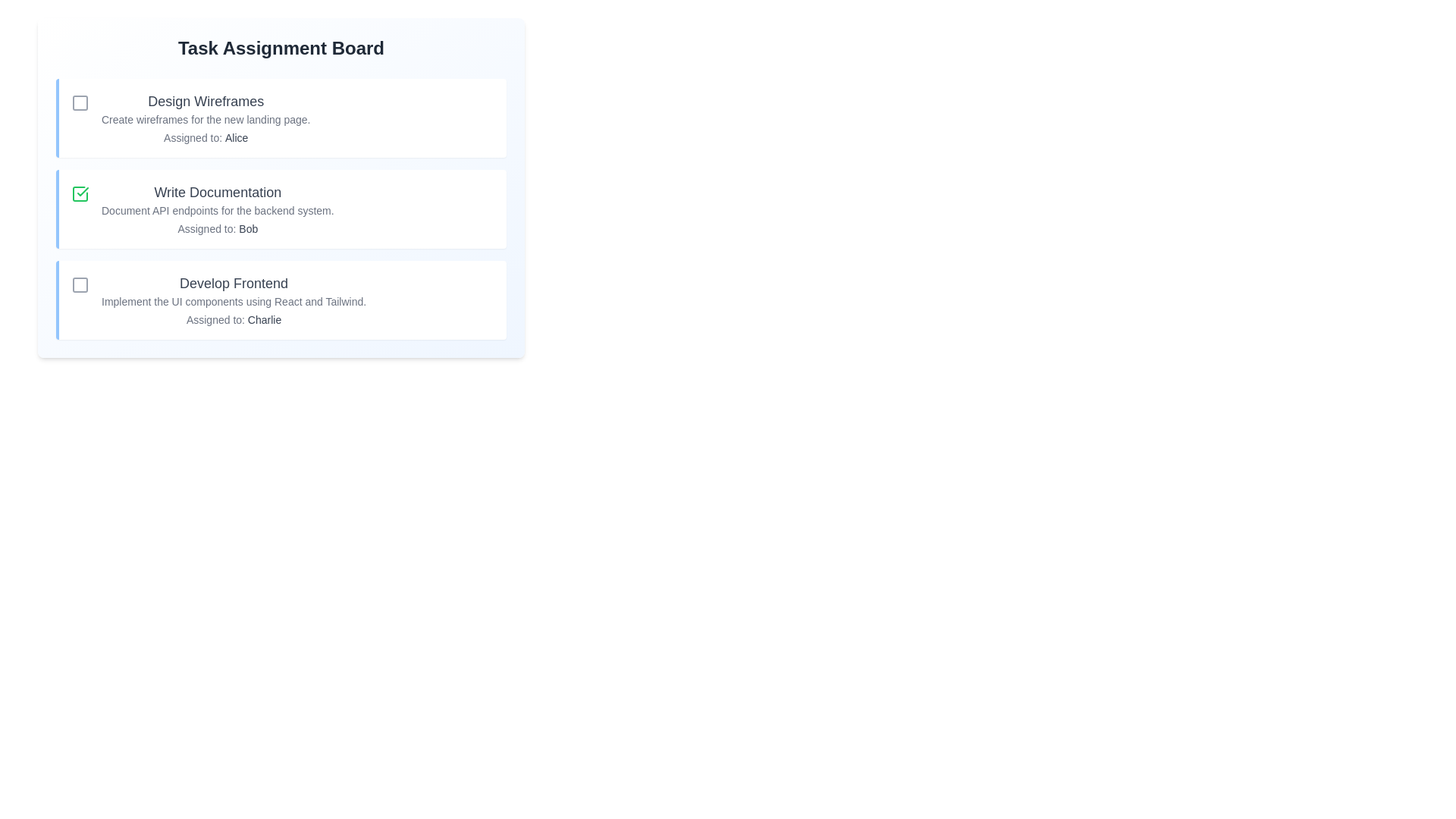 The height and width of the screenshot is (819, 1456). Describe the element at coordinates (217, 228) in the screenshot. I see `the text label that signifies the assignee responsible for completing the 'Write Documentation' task, located at the bottom part of the task card following the description text` at that location.